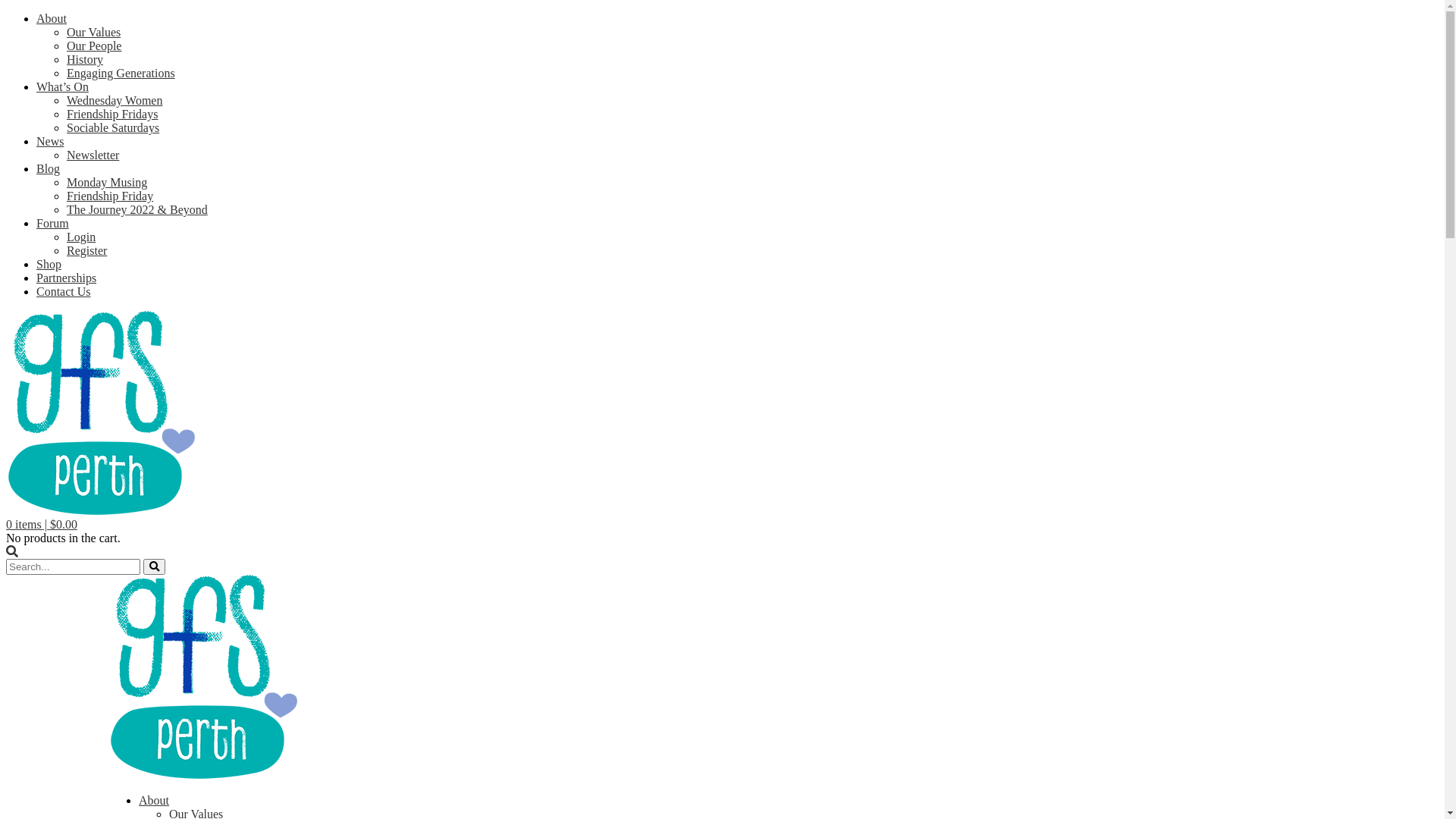 The image size is (1456, 819). What do you see at coordinates (65, 58) in the screenshot?
I see `'History'` at bounding box center [65, 58].